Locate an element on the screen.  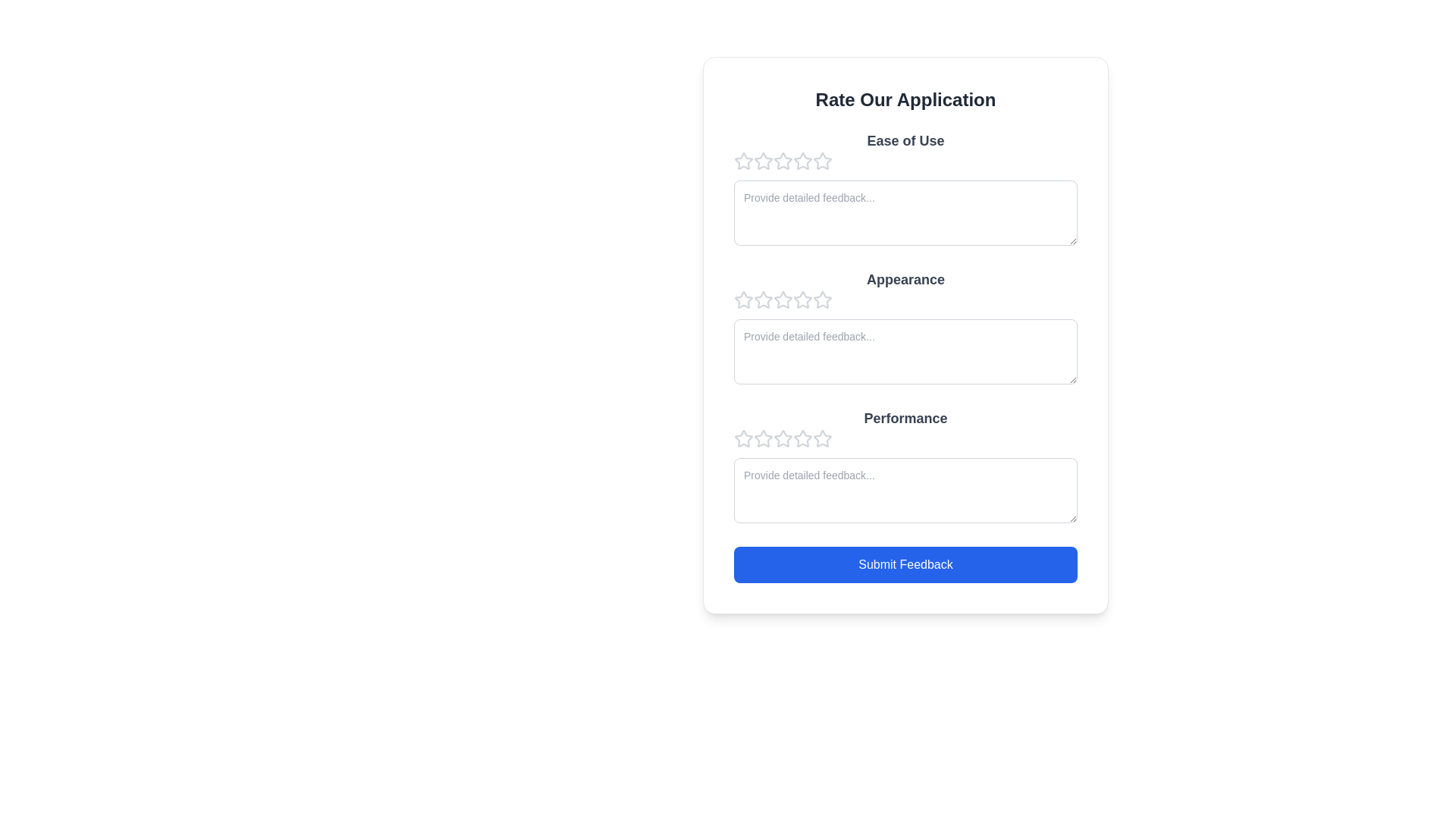
the third star in the rating system under the 'Appearance' section of the 'Rate Our Application' form is located at coordinates (764, 300).